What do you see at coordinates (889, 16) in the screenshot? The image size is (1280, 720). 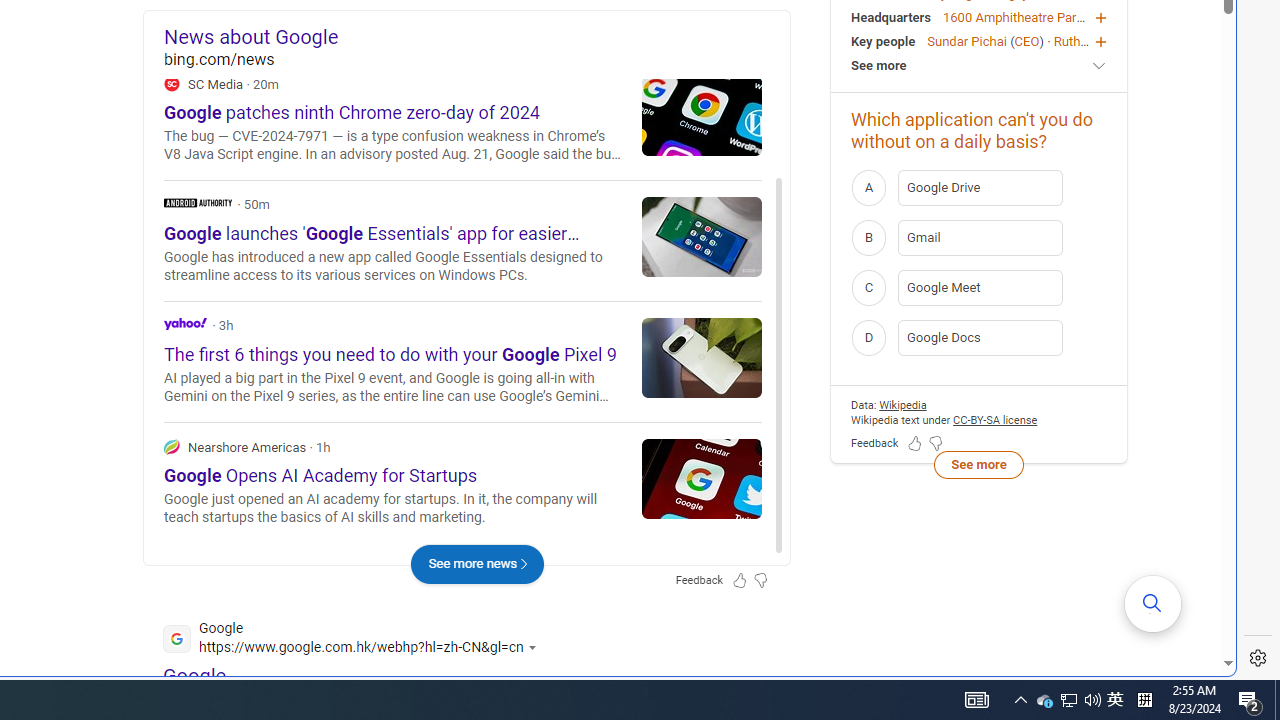 I see `'Headquarters'` at bounding box center [889, 16].